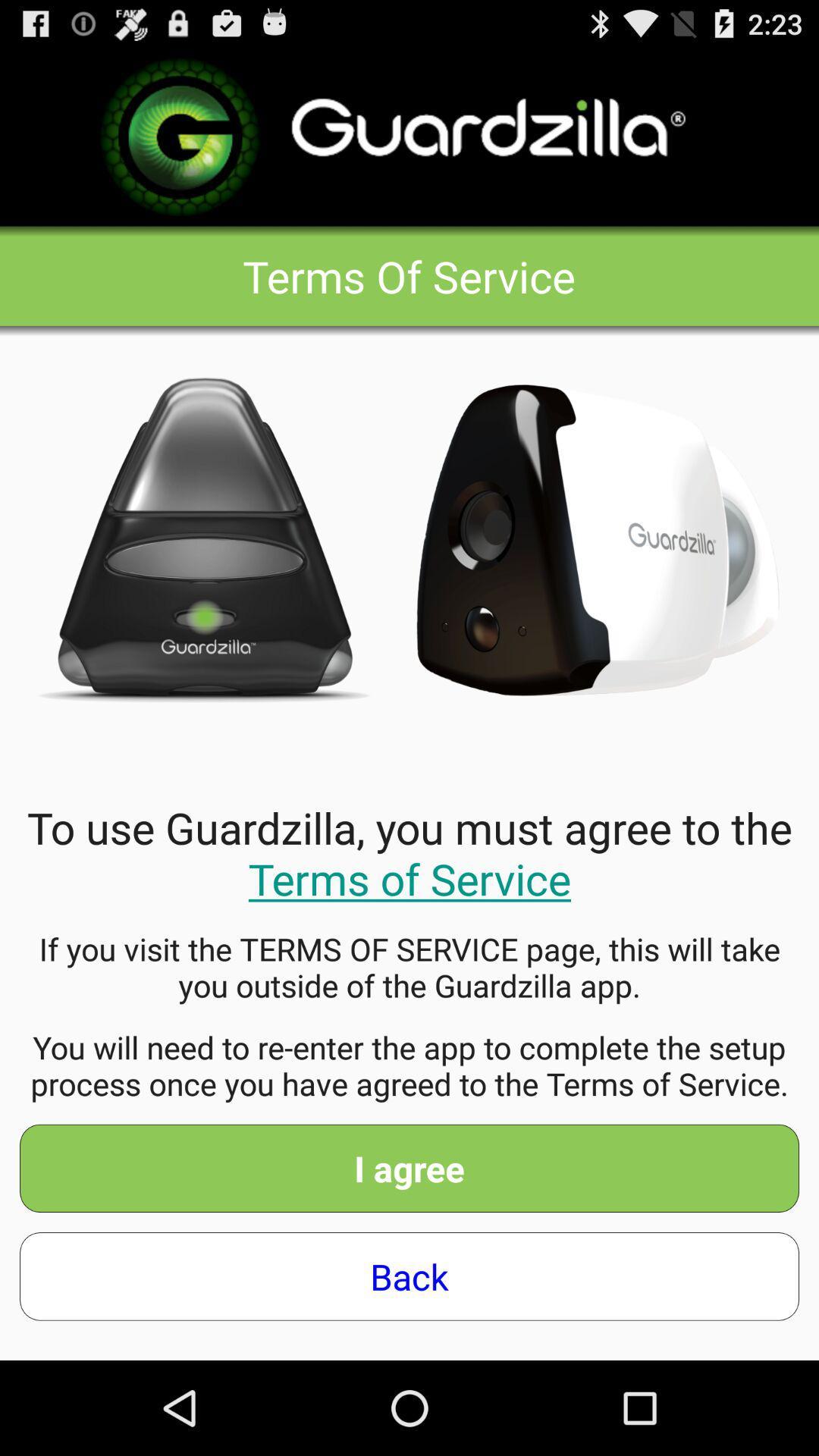  I want to click on item above the if you visit icon, so click(409, 852).